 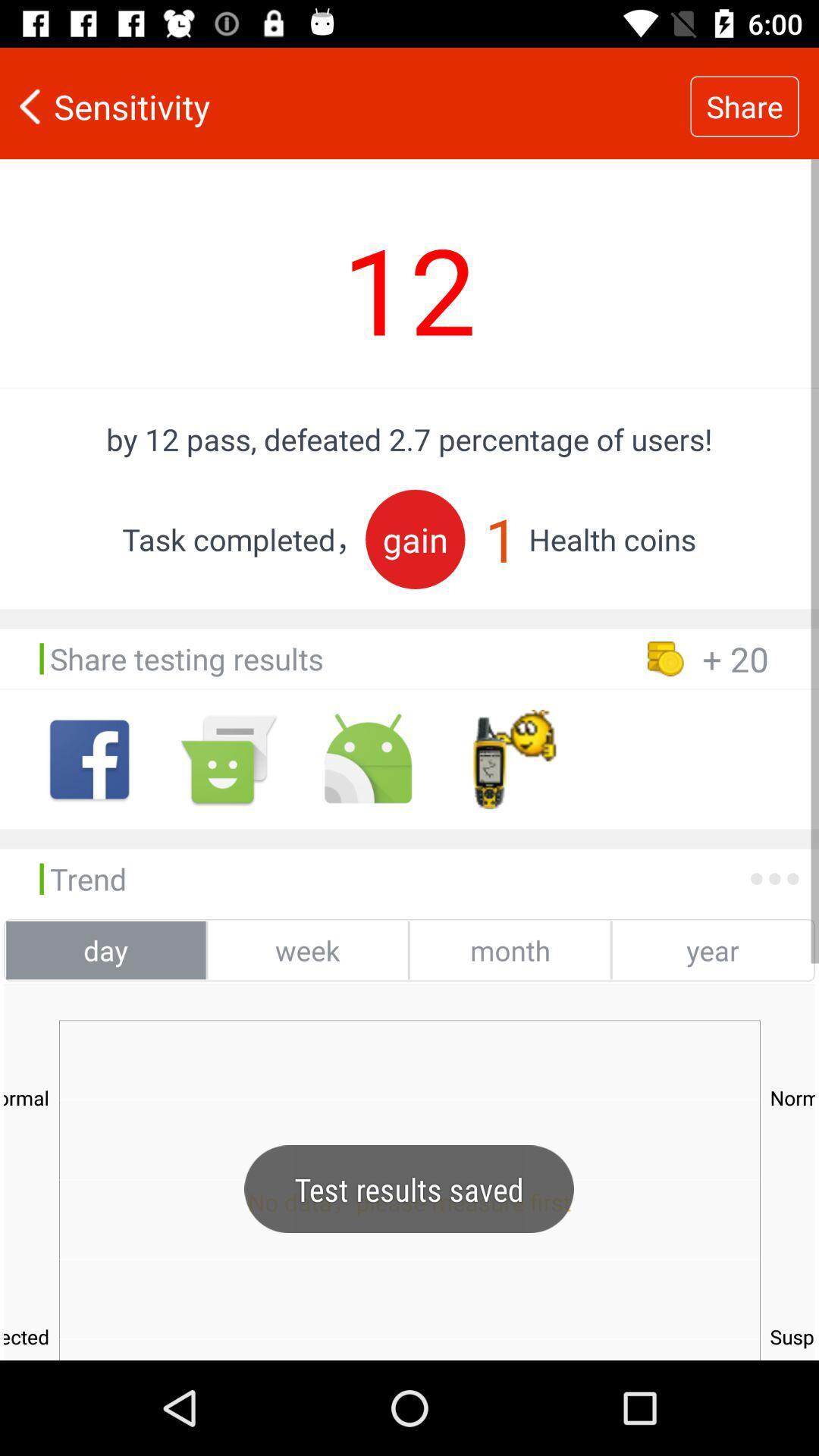 I want to click on the icon right side of message icon, so click(x=368, y=759).